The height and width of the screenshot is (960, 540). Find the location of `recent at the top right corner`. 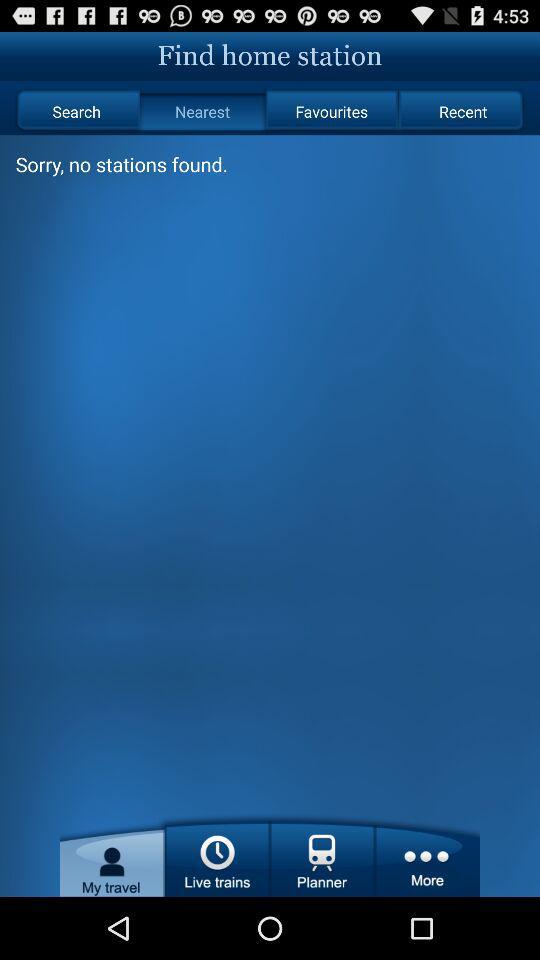

recent at the top right corner is located at coordinates (463, 111).